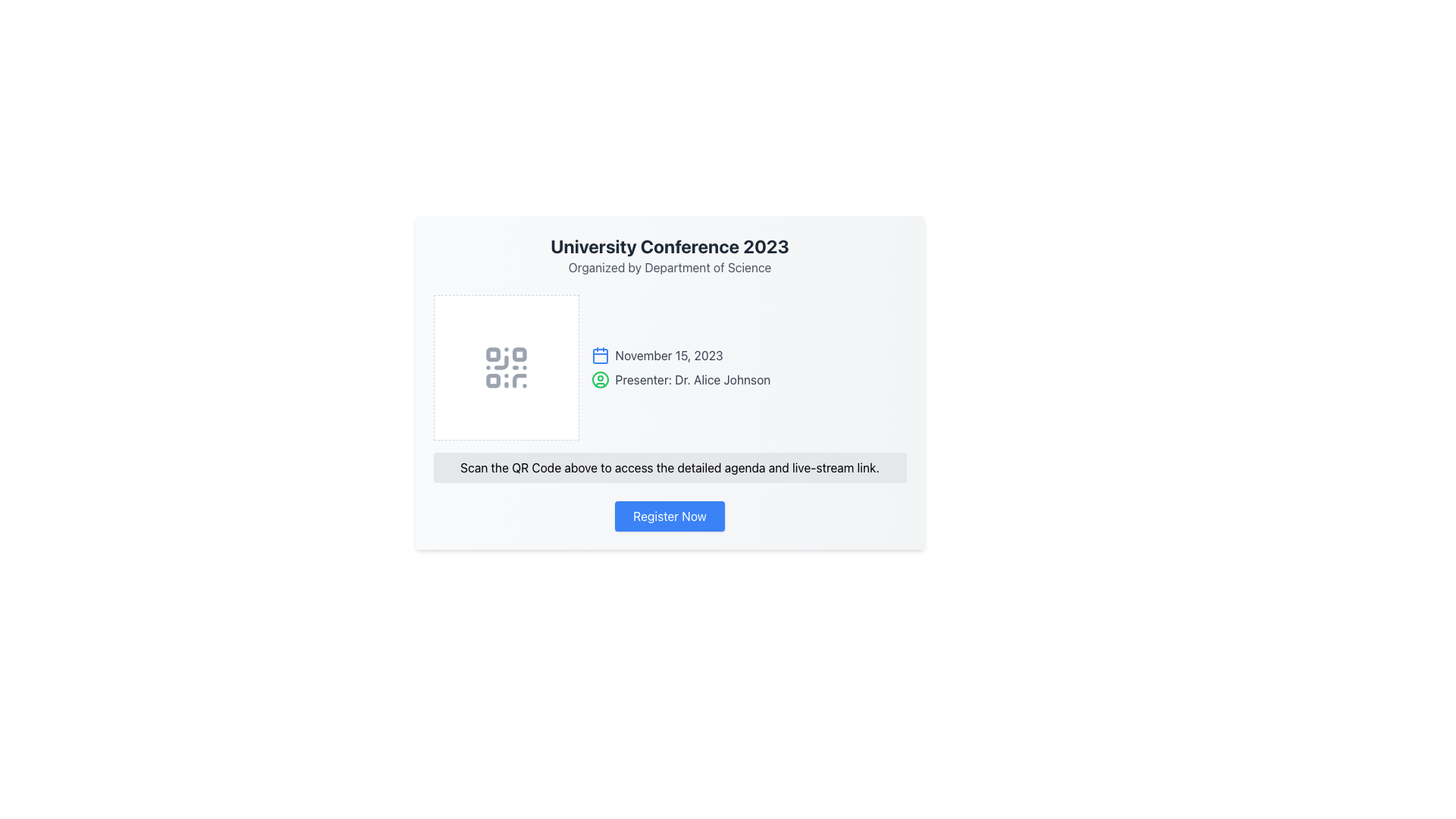 The height and width of the screenshot is (819, 1456). What do you see at coordinates (599, 356) in the screenshot?
I see `the left-most calendar icon representing the date 'November 15, 2023' in the conference details panel` at bounding box center [599, 356].